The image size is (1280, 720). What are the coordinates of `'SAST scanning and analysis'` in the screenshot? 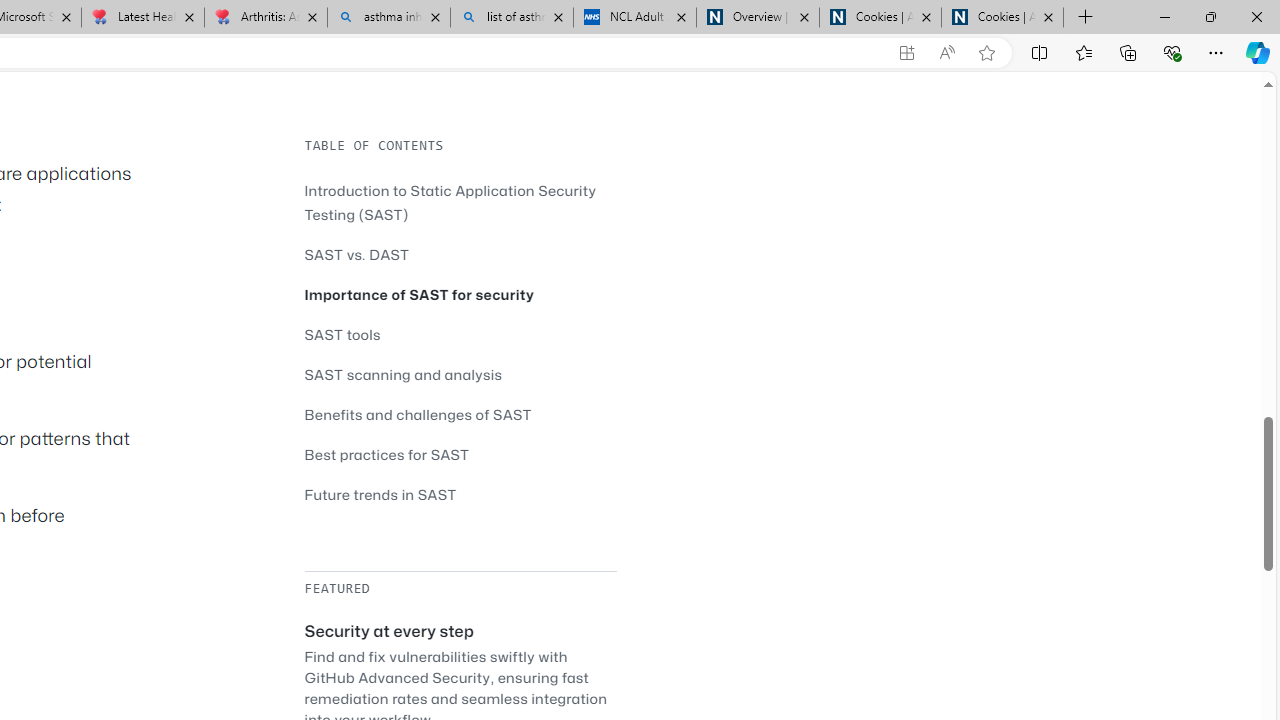 It's located at (402, 374).